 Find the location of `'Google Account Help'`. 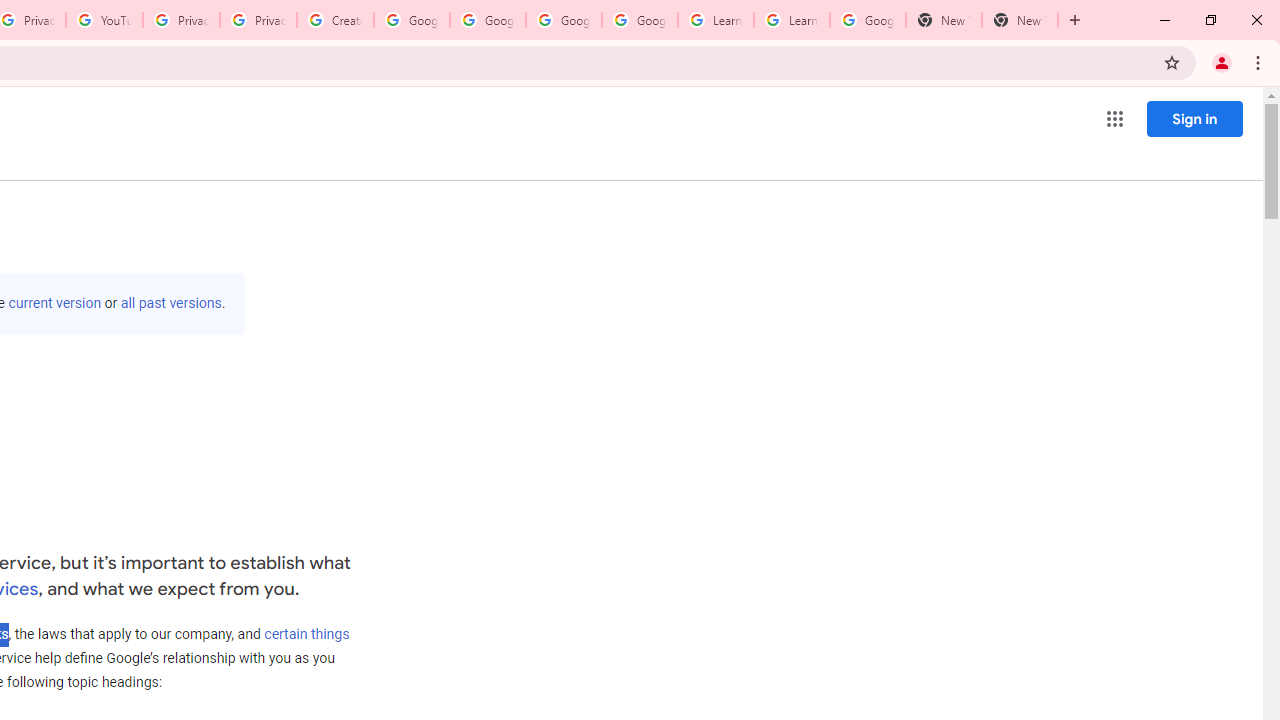

'Google Account Help' is located at coordinates (411, 20).